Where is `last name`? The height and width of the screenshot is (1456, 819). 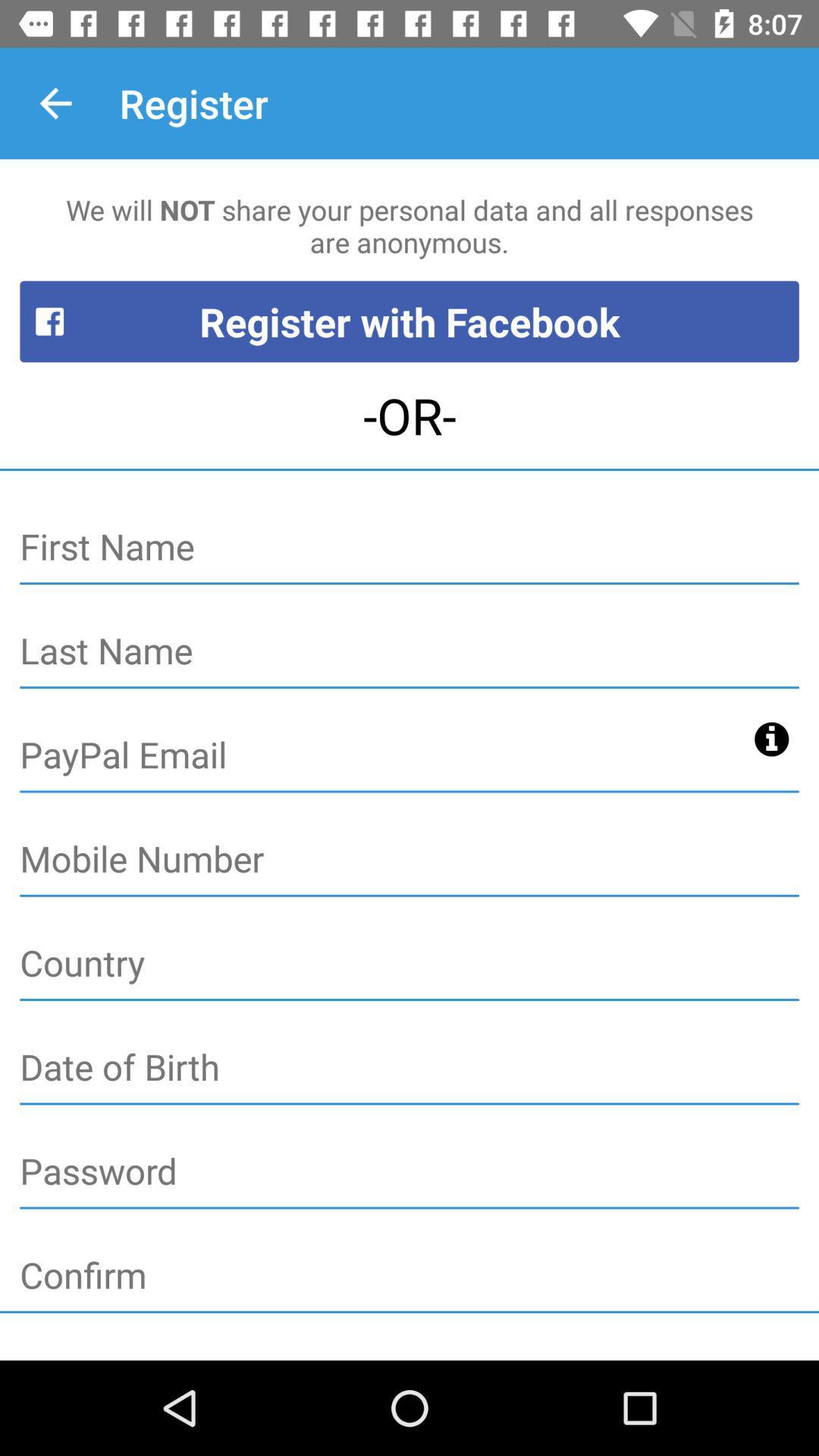 last name is located at coordinates (409, 651).